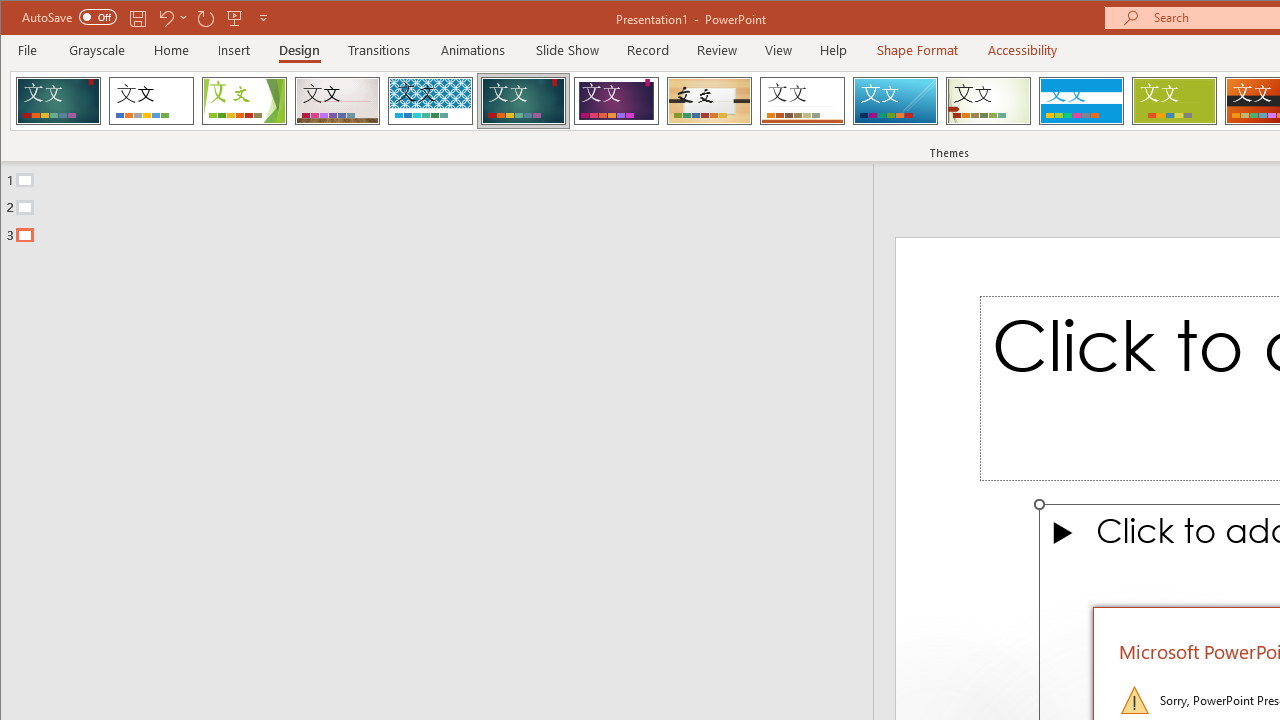 The image size is (1280, 720). What do you see at coordinates (615, 100) in the screenshot?
I see `'Ion Boardroom'` at bounding box center [615, 100].